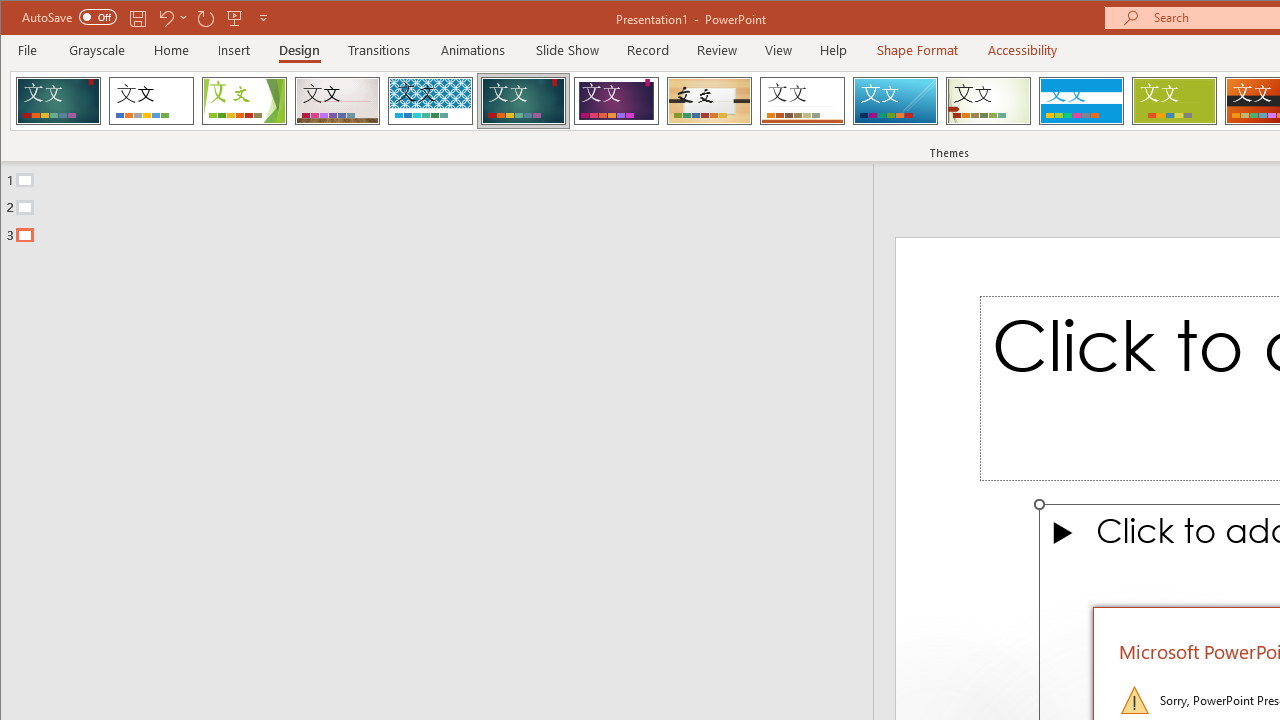 The image size is (1280, 720). What do you see at coordinates (615, 100) in the screenshot?
I see `'Ion Boardroom'` at bounding box center [615, 100].